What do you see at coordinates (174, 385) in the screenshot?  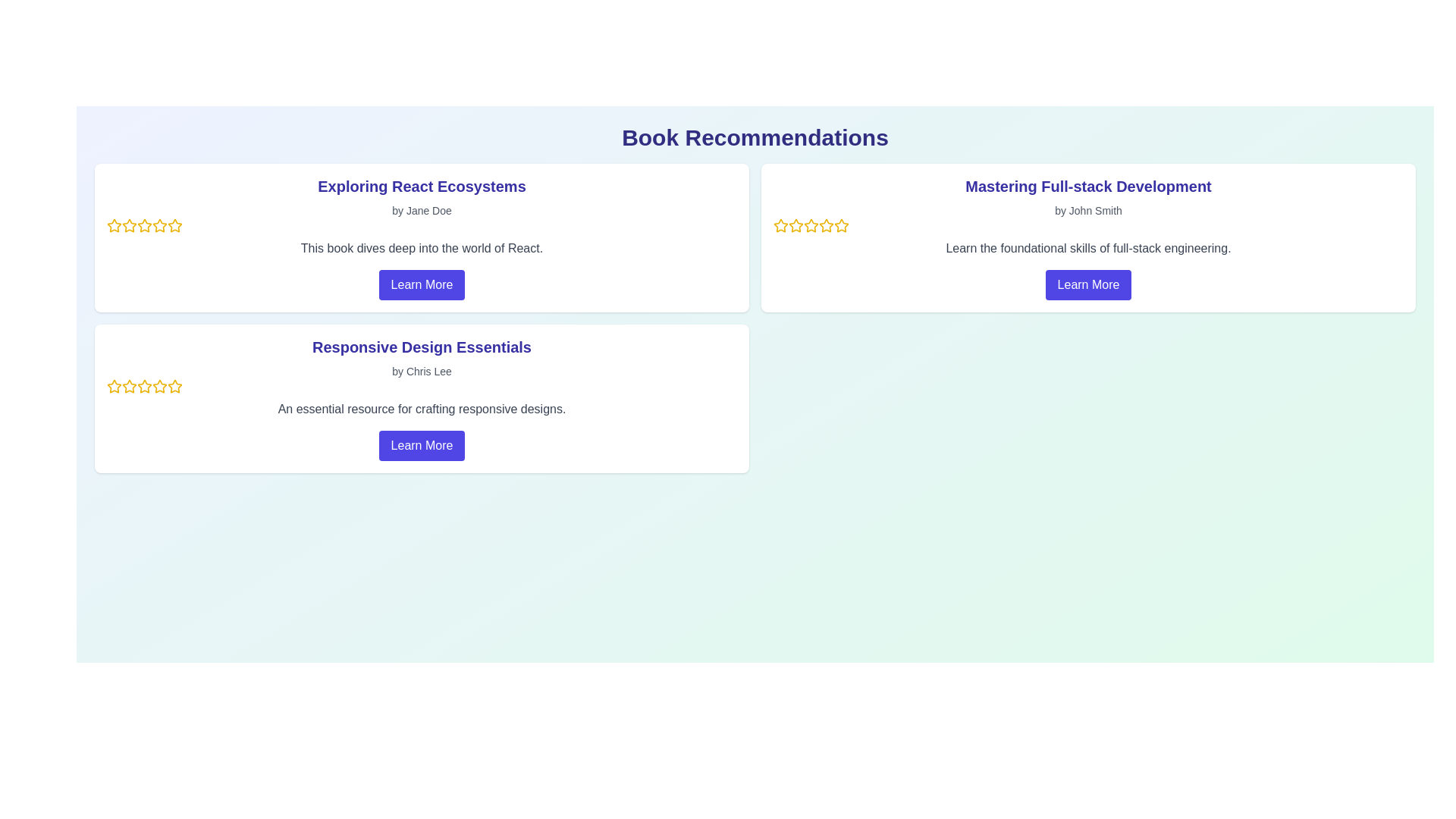 I see `the fourth star in the rating system of the 'Responsive Design Essentials' card to interact with it` at bounding box center [174, 385].